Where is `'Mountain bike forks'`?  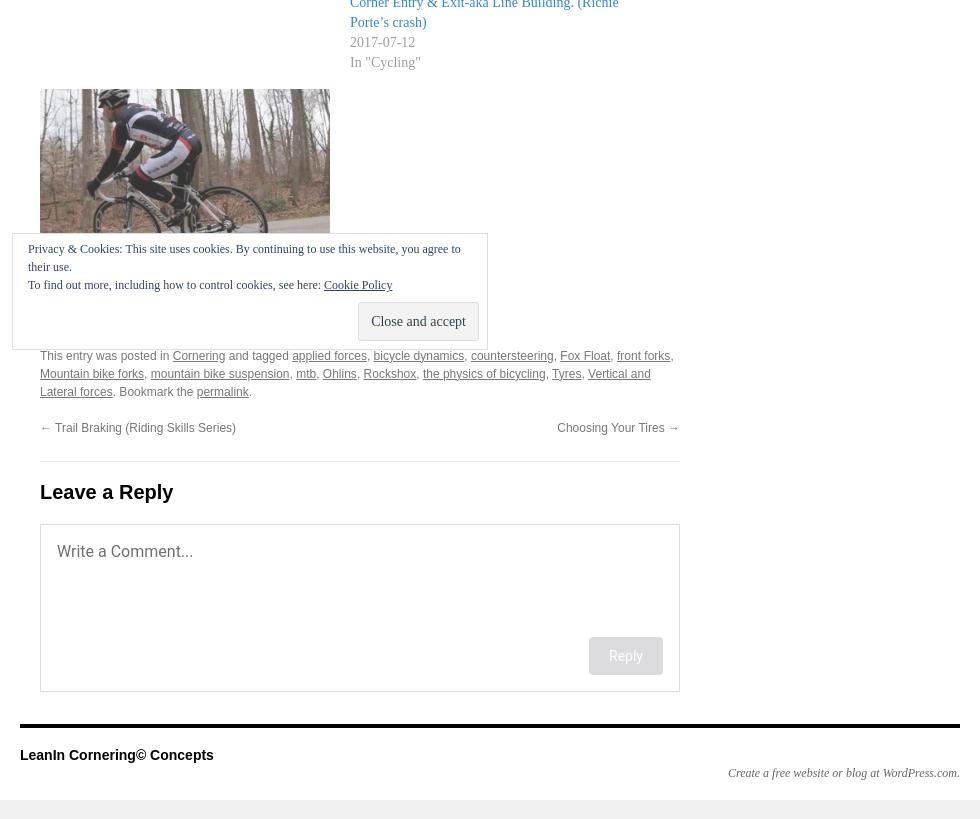
'Mountain bike forks' is located at coordinates (92, 371).